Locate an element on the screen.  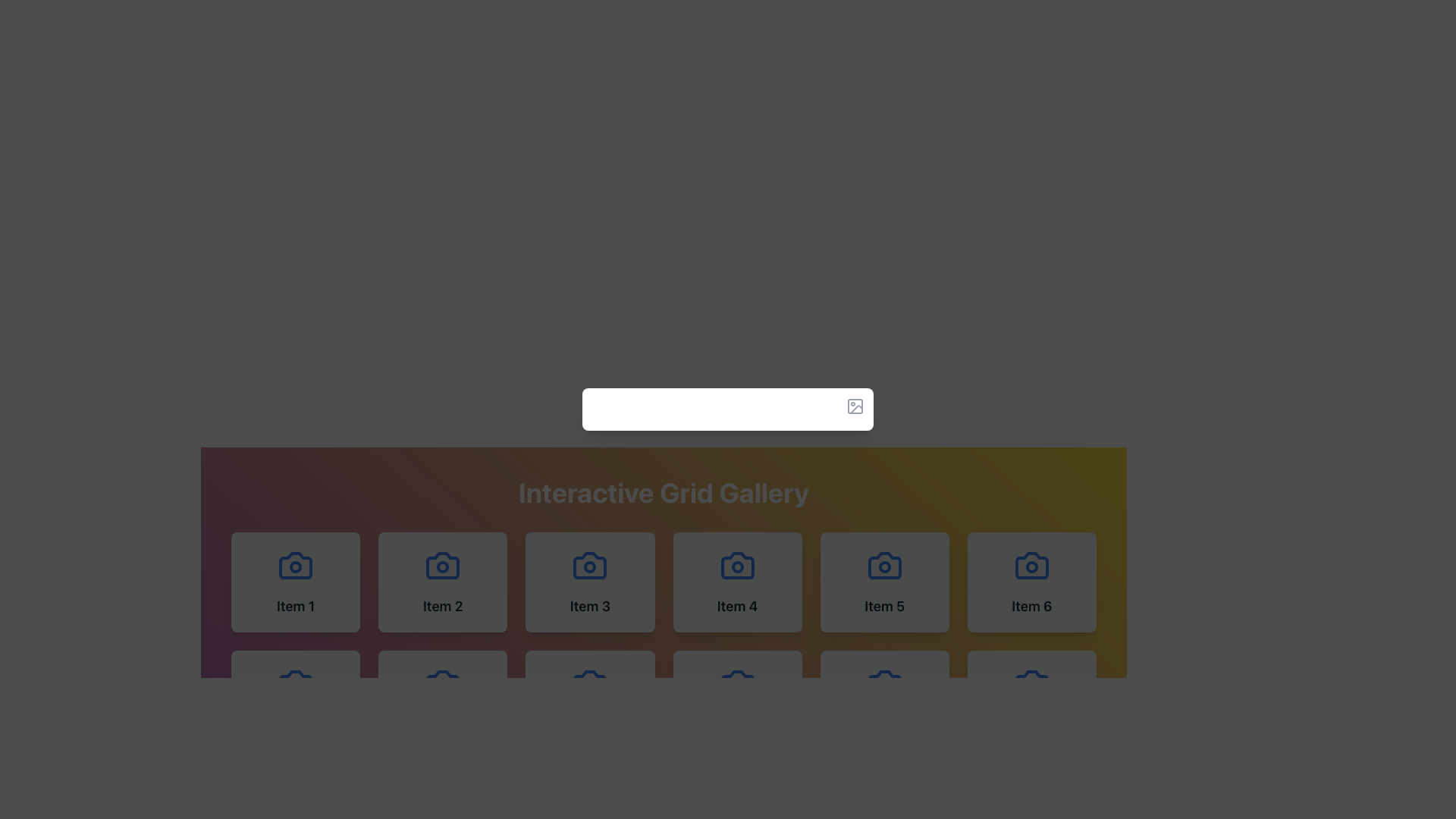
to select or interact with the Card element, which is the third item in the first row of a grid gallery, located after 'Item 2' and before 'Item 4' is located at coordinates (589, 581).